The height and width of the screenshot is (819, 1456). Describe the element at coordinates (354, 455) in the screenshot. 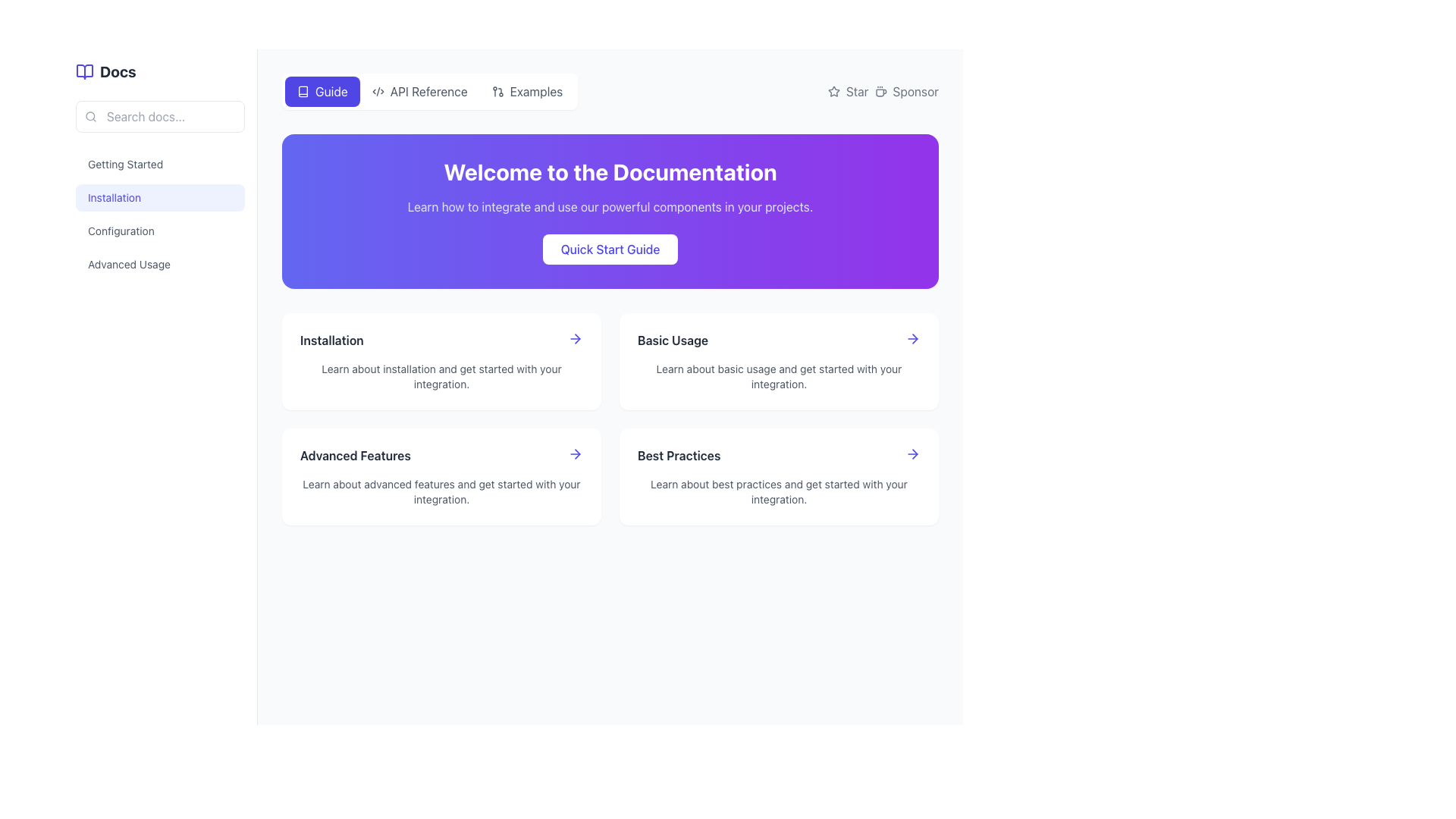

I see `the text label located in the second column of the lower row in the four-tile grid layout, positioned in the upper left part of its tile, next to a rightward arrow icon` at that location.